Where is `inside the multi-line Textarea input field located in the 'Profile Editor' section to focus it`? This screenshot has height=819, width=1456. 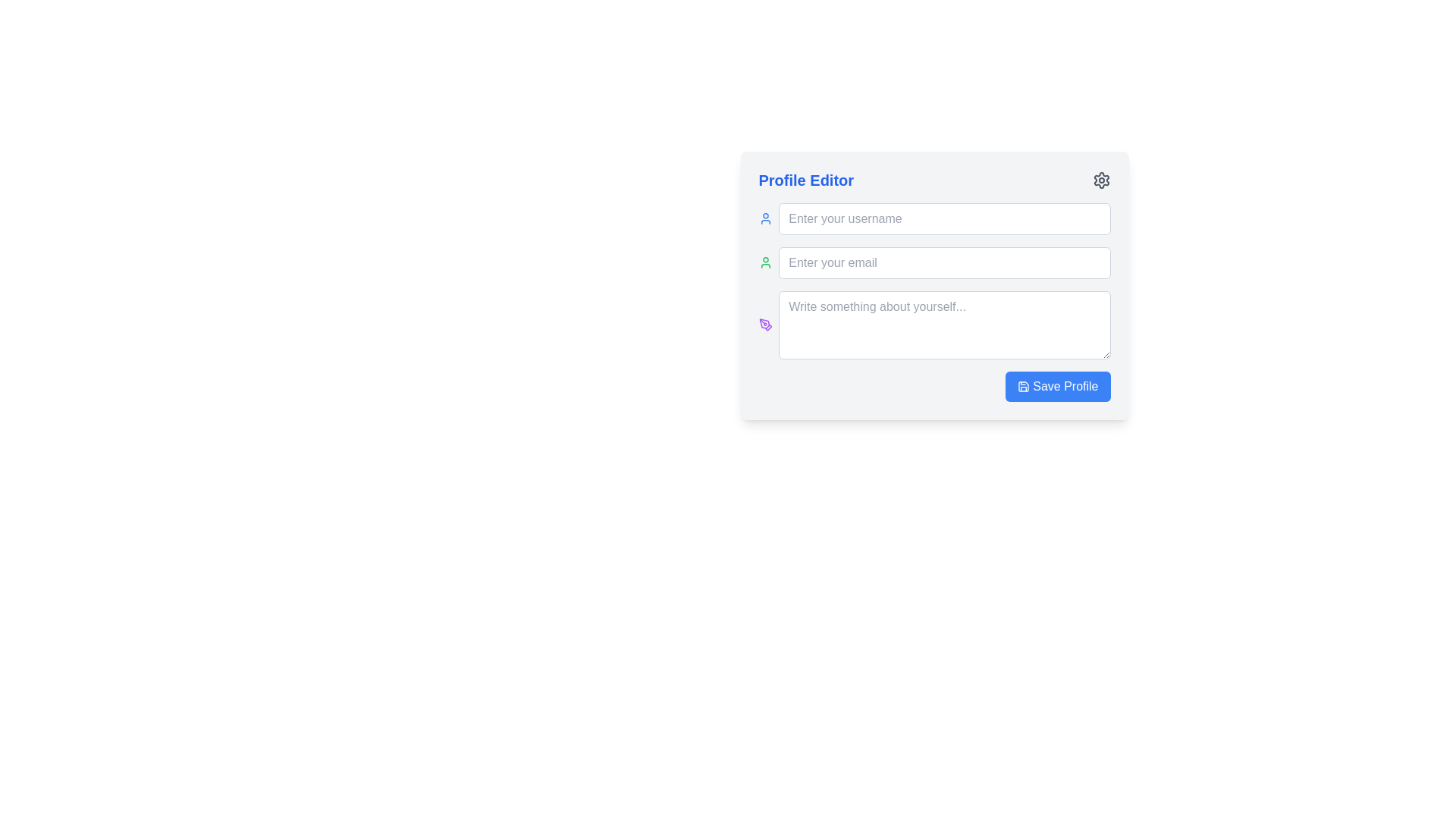 inside the multi-line Textarea input field located in the 'Profile Editor' section to focus it is located at coordinates (934, 324).